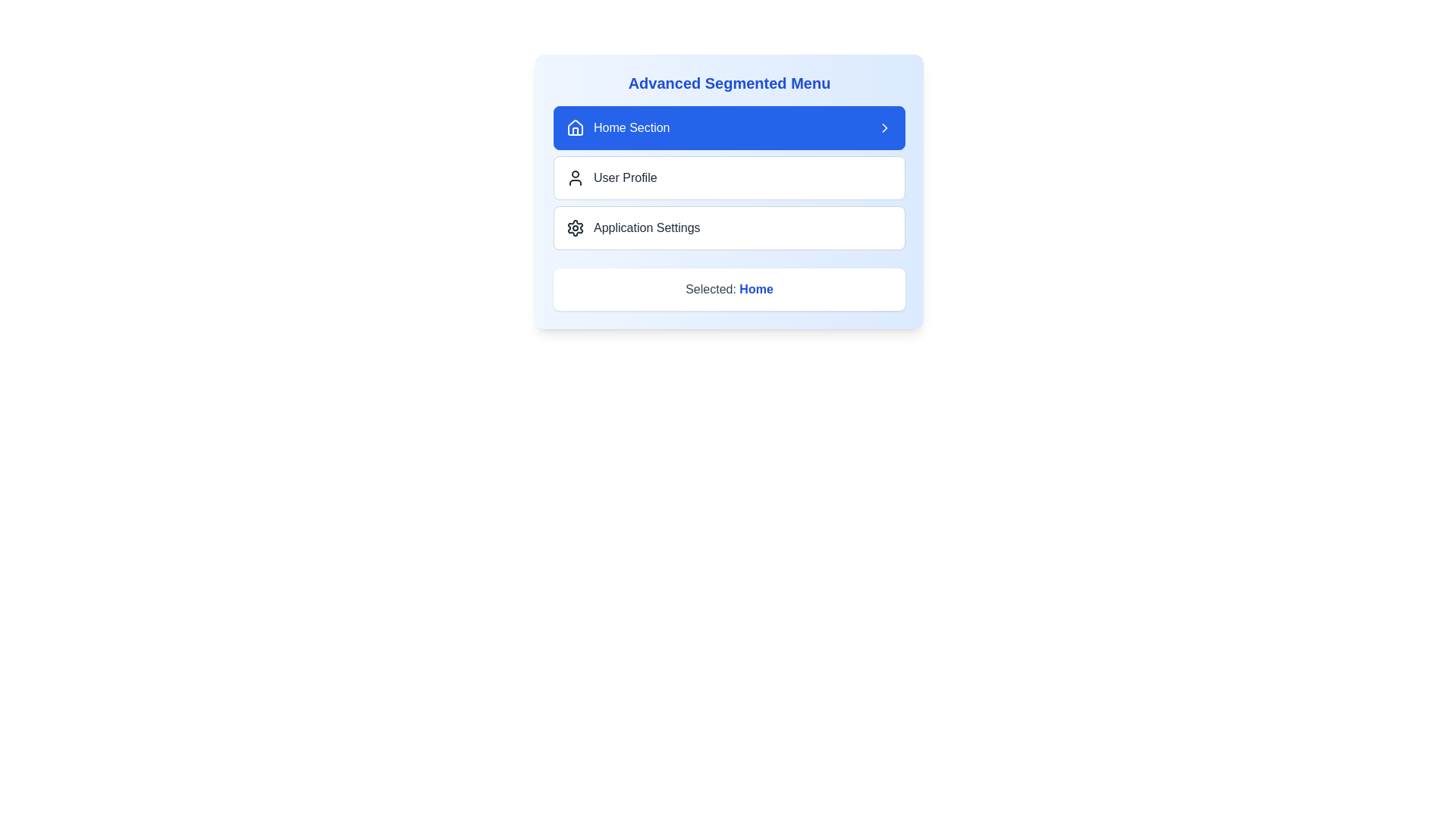 The width and height of the screenshot is (1456, 819). Describe the element at coordinates (574, 177) in the screenshot. I see `the 'User Profile' icon located on the left side of the 'User Profile' menu option for visual cues` at that location.